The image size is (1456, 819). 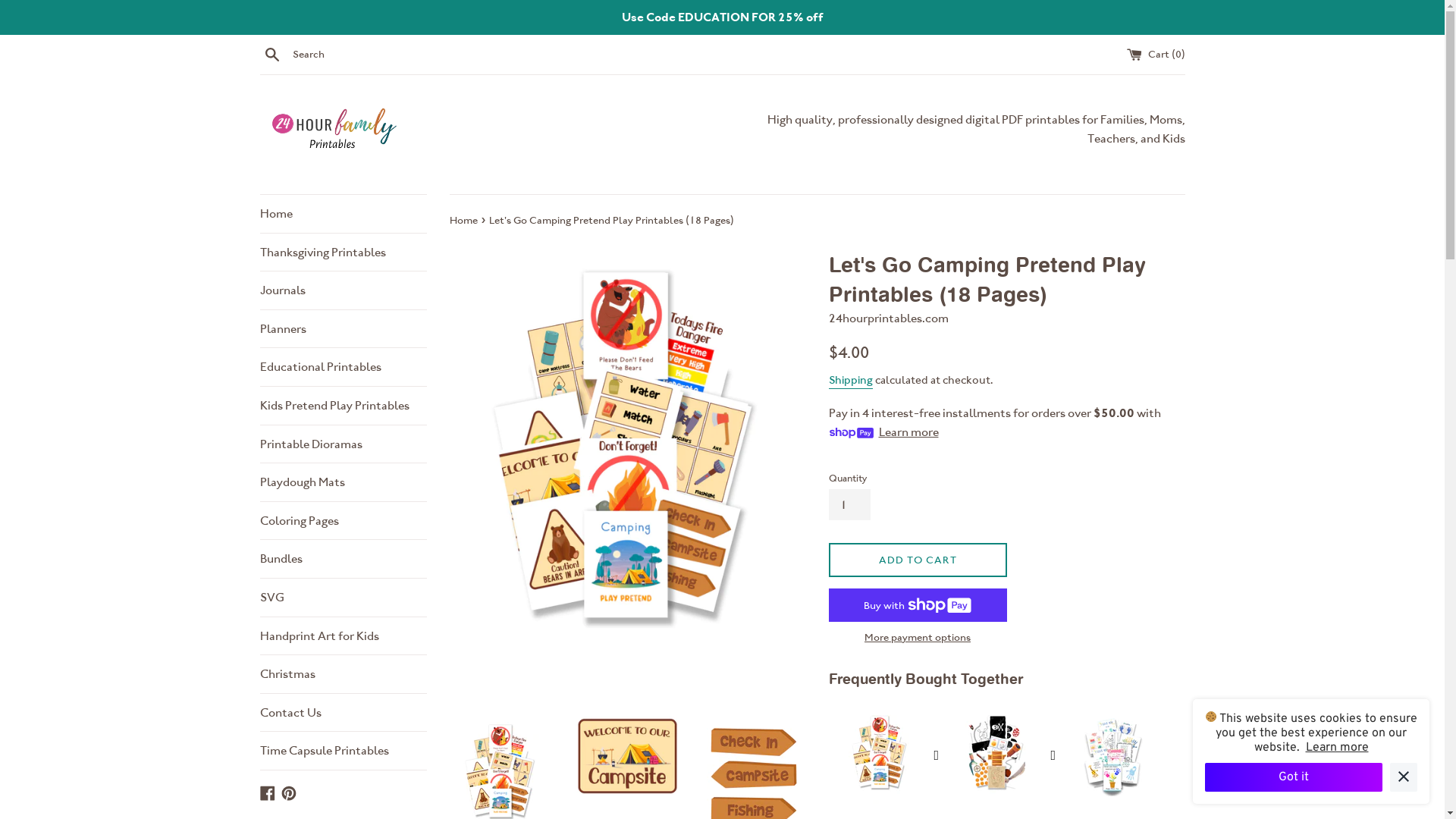 I want to click on 'Coloring Pages', so click(x=341, y=519).